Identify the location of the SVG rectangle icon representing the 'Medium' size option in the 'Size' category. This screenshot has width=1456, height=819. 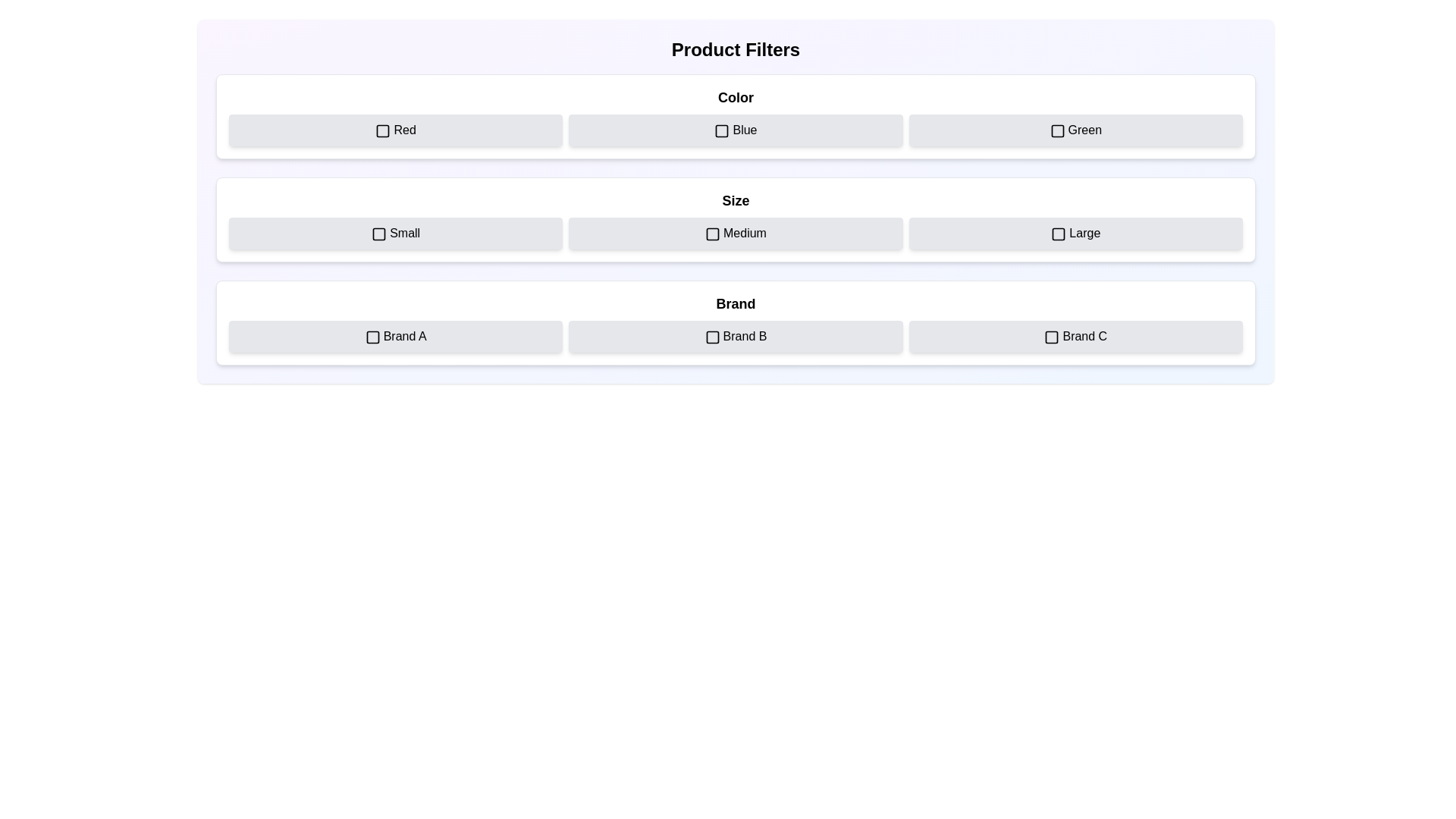
(712, 234).